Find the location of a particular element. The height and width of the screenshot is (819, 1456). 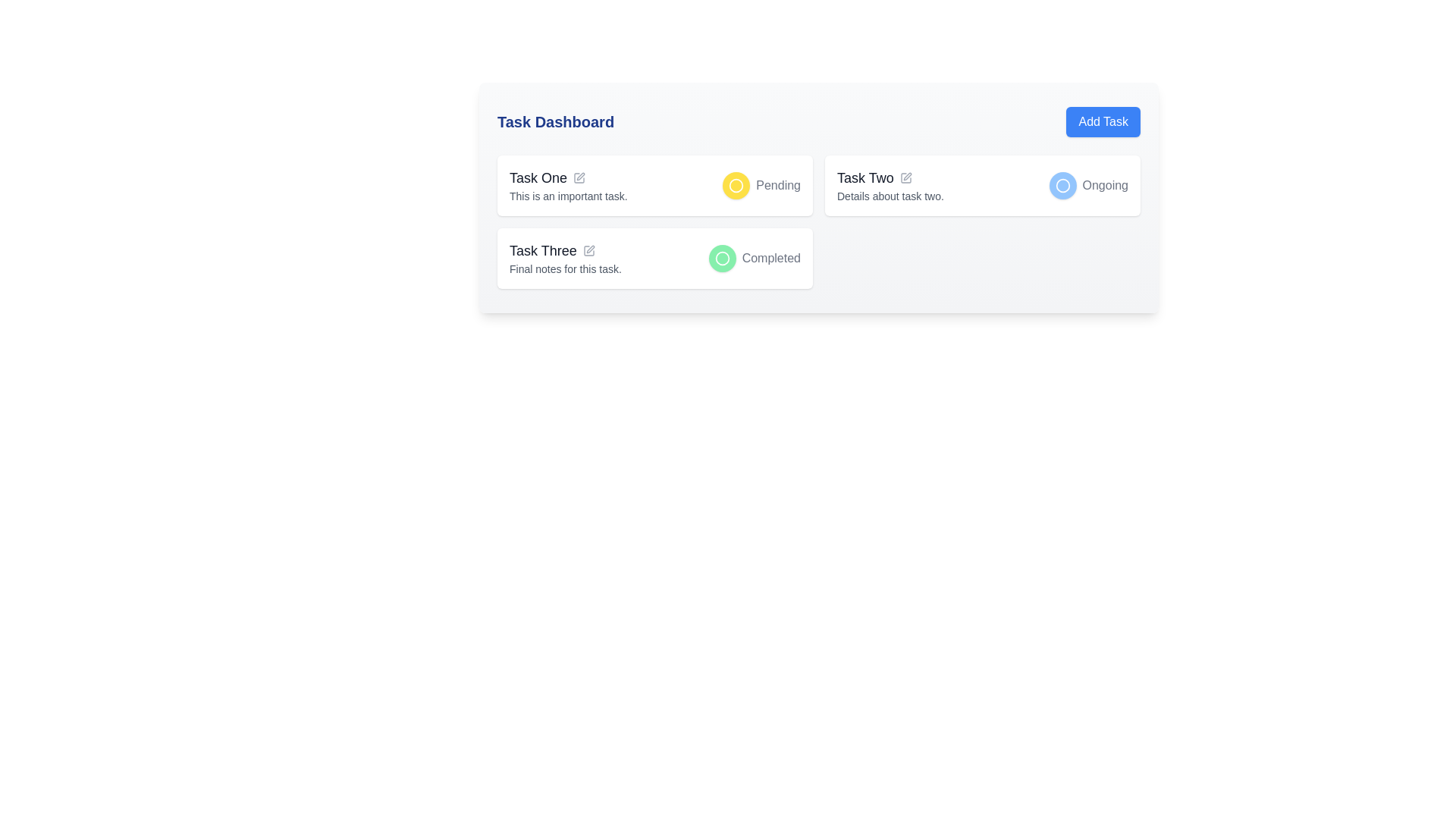

the completion status icon for 'Task Three', which is located within the green rounded button on the right side of the task dashboard is located at coordinates (721, 257).